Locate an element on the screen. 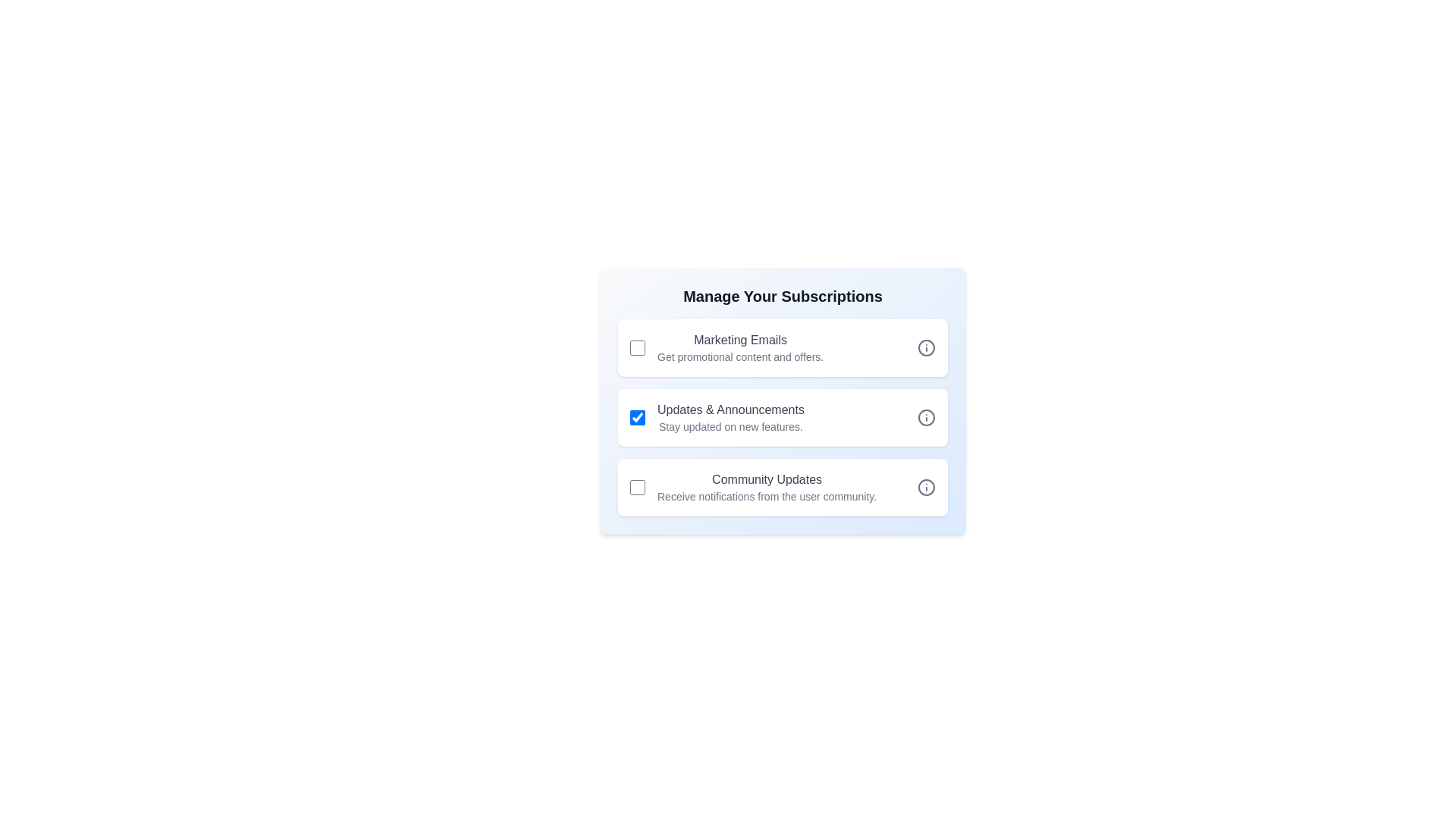 The height and width of the screenshot is (819, 1456). the checkbox for 'Updates & Announcements' to toggle its state is located at coordinates (637, 418).